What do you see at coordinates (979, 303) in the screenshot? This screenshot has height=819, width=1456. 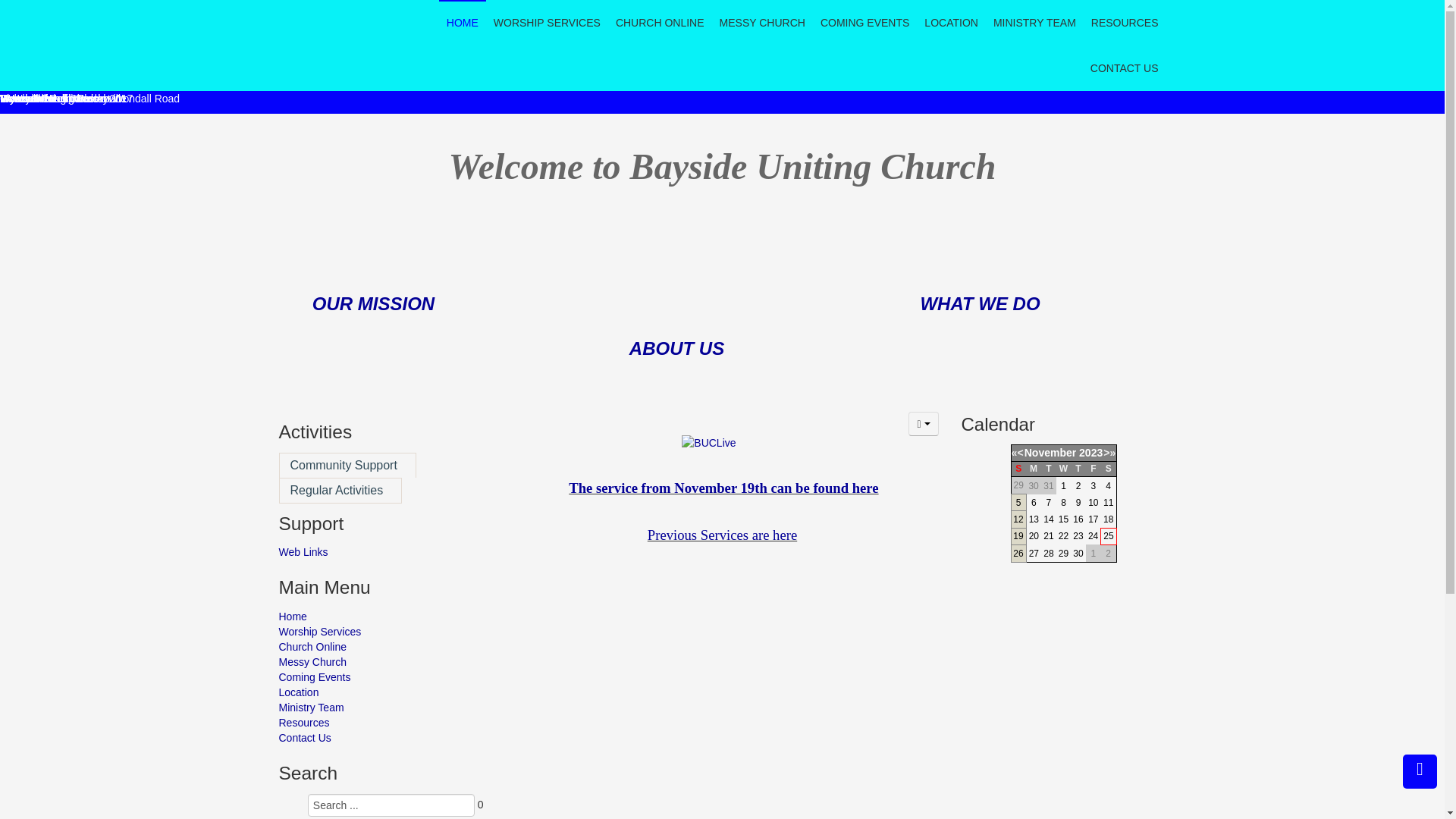 I see `'WHAT WE DO'` at bounding box center [979, 303].